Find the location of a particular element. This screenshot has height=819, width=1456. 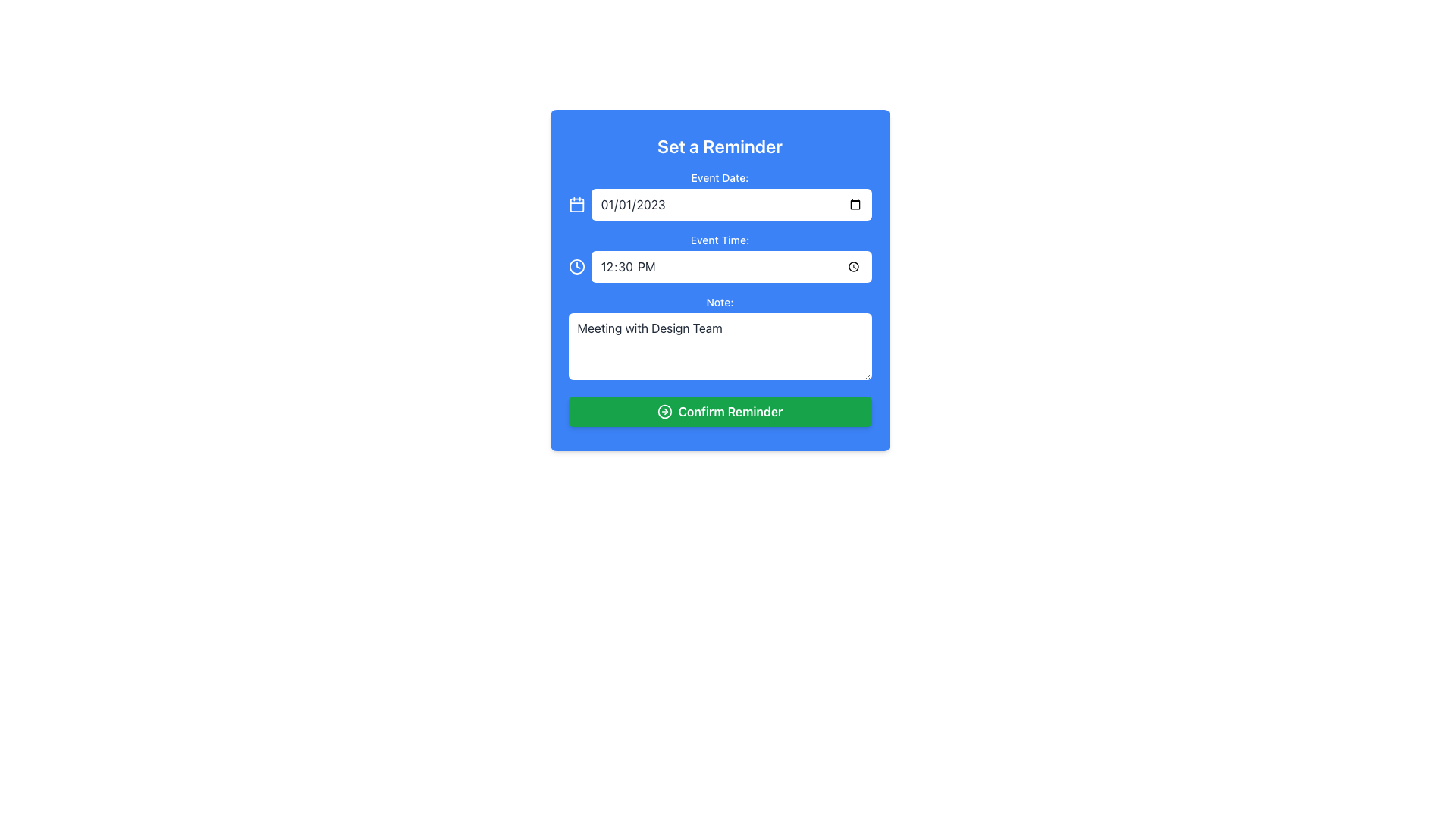

the circular clock icon, which is styled with a minimalistic line-art design, located to the left of the '12:30 PM' time text input field is located at coordinates (576, 265).